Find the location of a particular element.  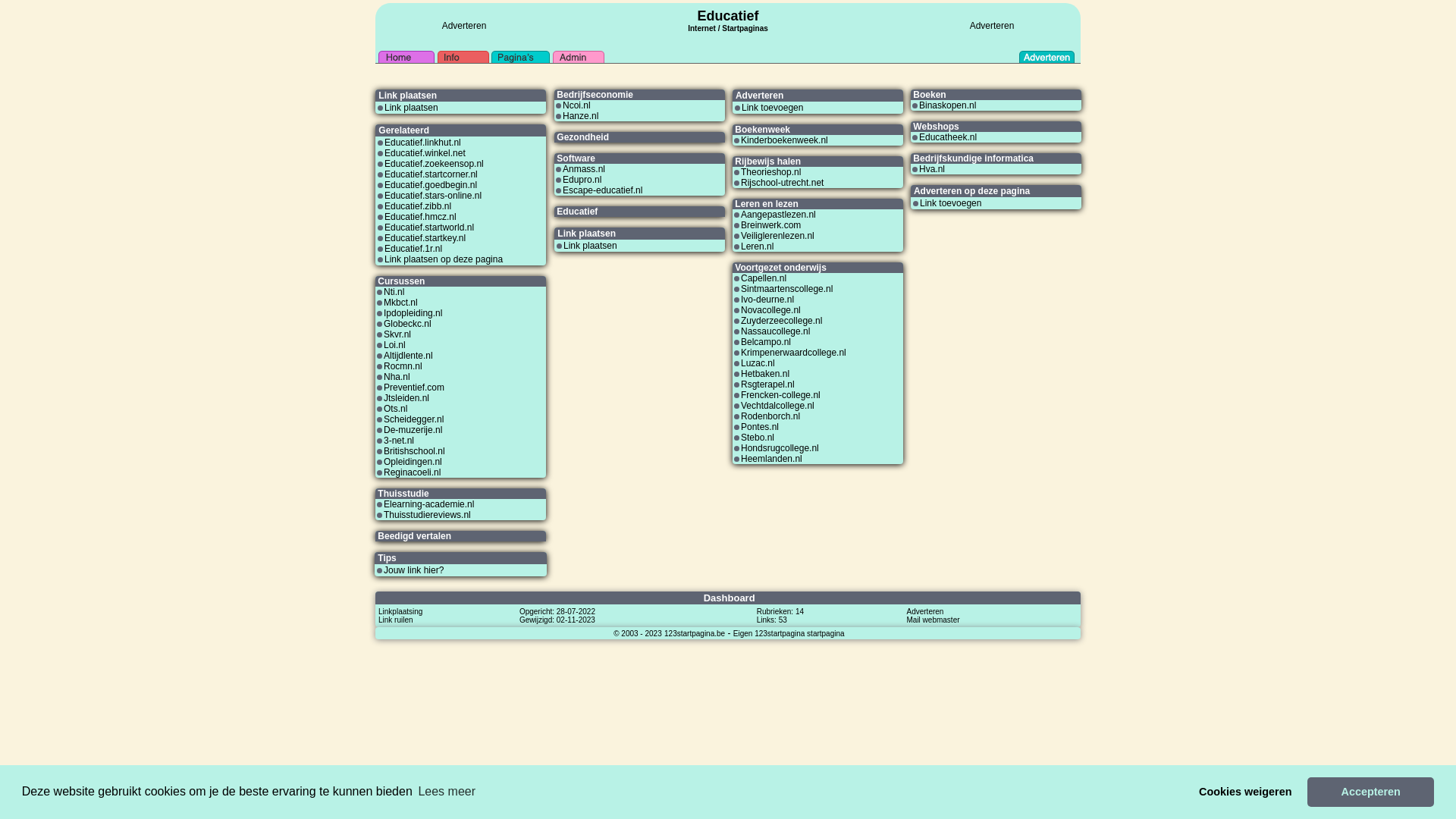

'De-muzerije.nl' is located at coordinates (413, 430).